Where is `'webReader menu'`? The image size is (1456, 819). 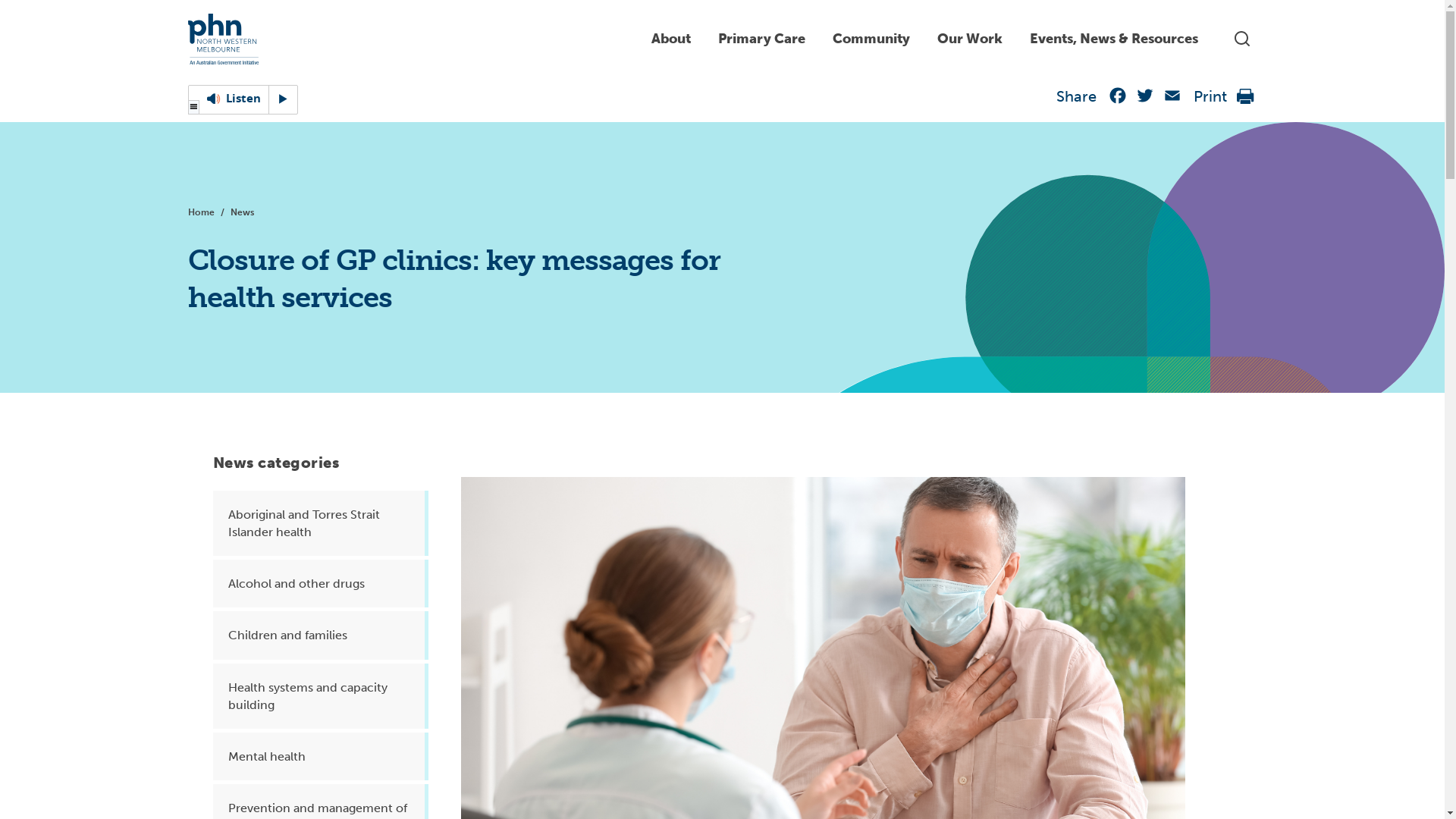
'webReader menu' is located at coordinates (193, 107).